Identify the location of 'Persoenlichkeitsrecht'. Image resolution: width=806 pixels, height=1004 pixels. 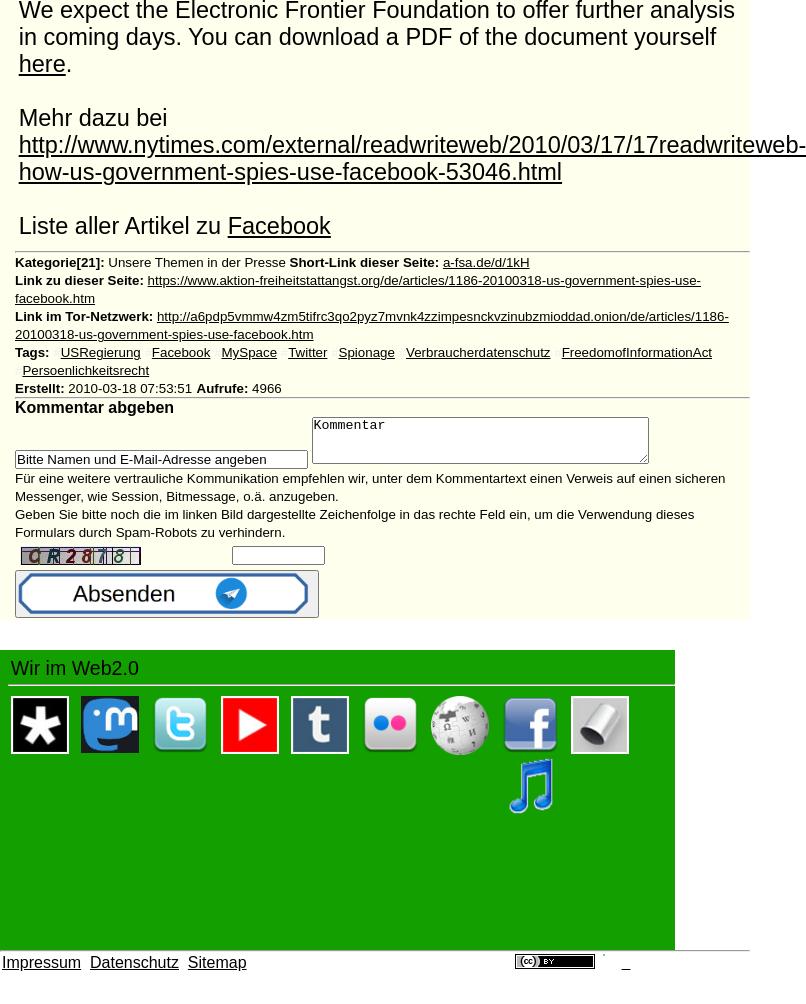
(84, 370).